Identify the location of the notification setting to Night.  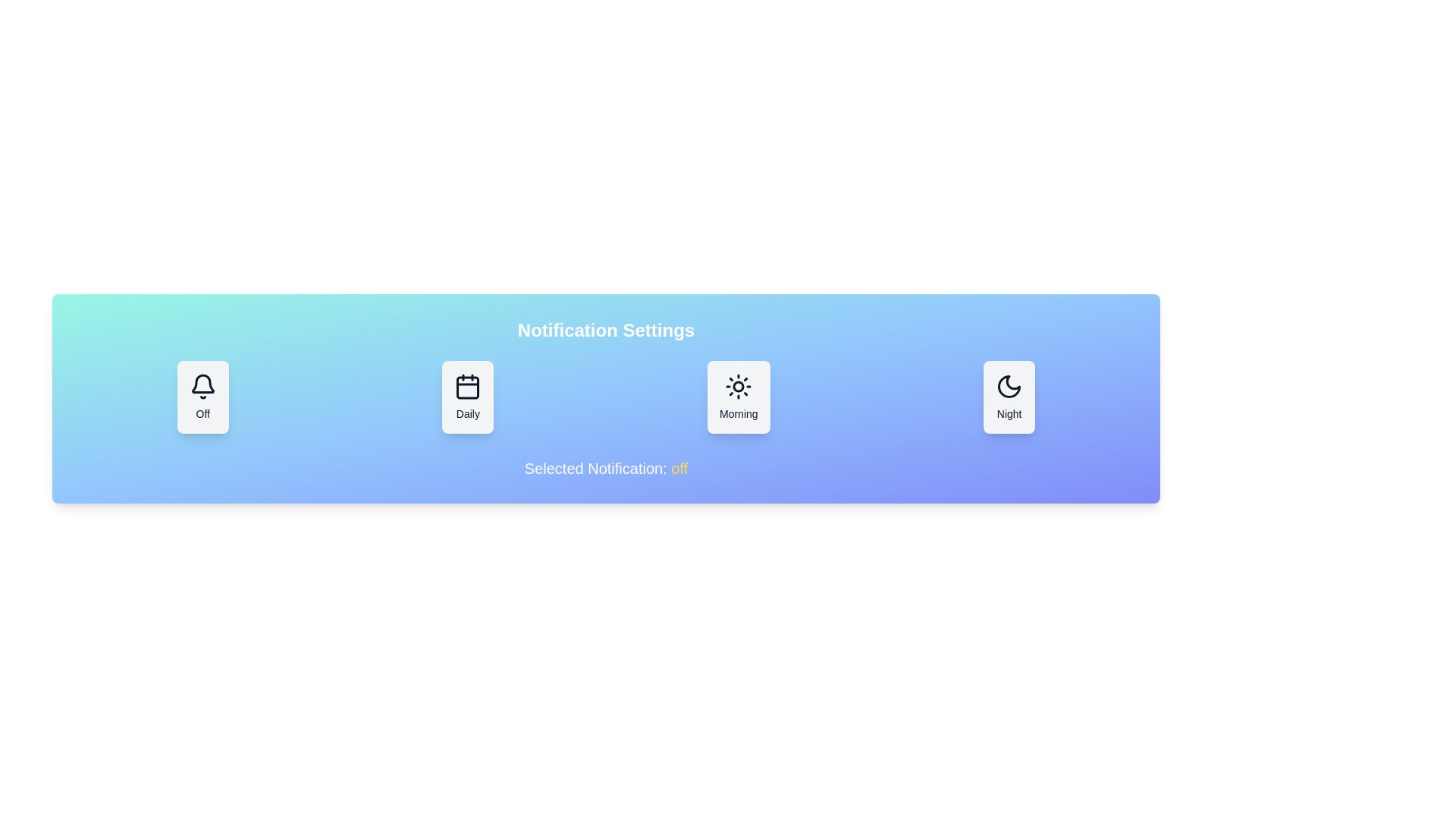
(1009, 397).